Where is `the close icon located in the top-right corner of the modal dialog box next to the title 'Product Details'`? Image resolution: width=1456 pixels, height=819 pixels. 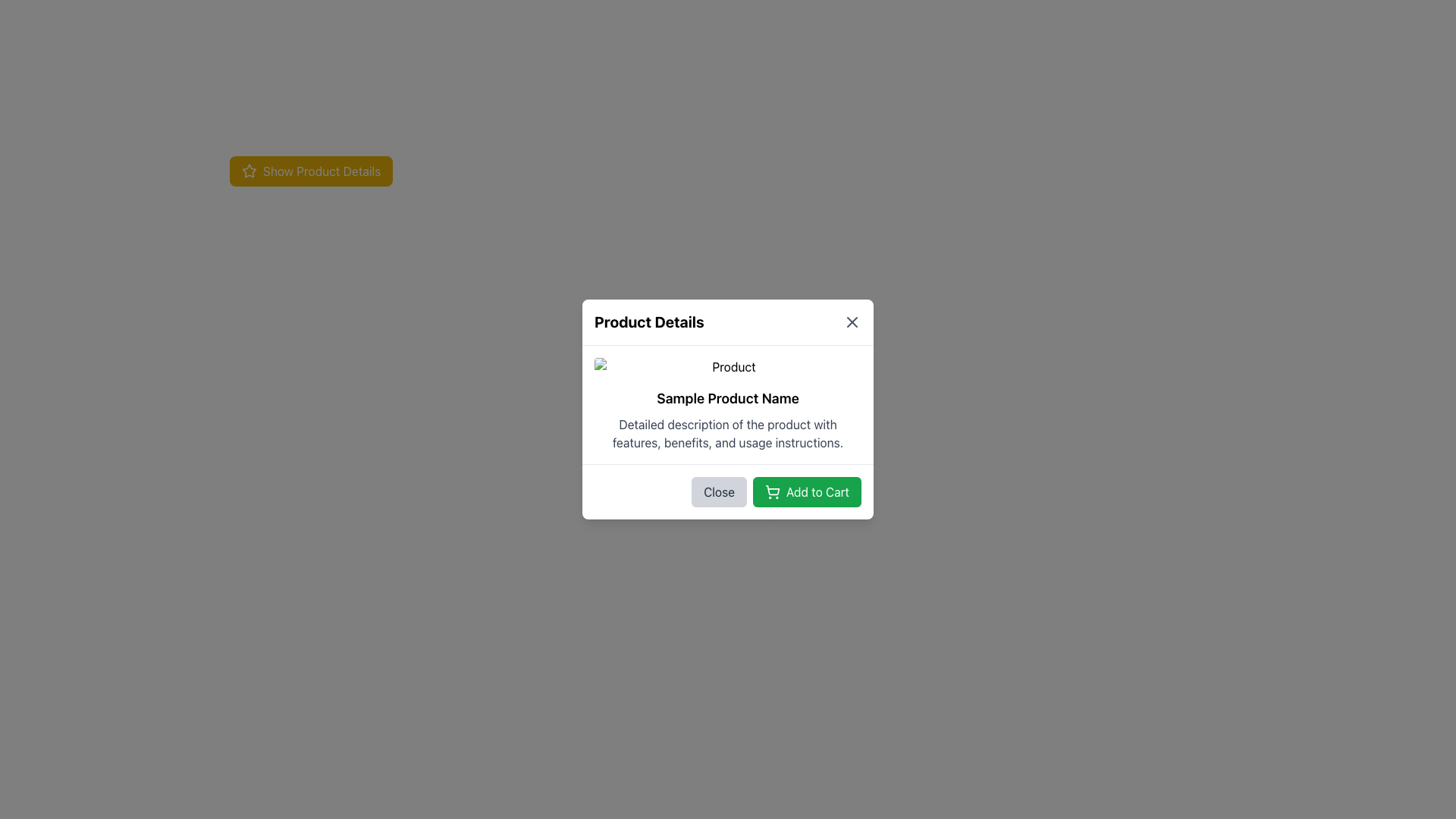 the close icon located in the top-right corner of the modal dialog box next to the title 'Product Details' is located at coordinates (852, 321).